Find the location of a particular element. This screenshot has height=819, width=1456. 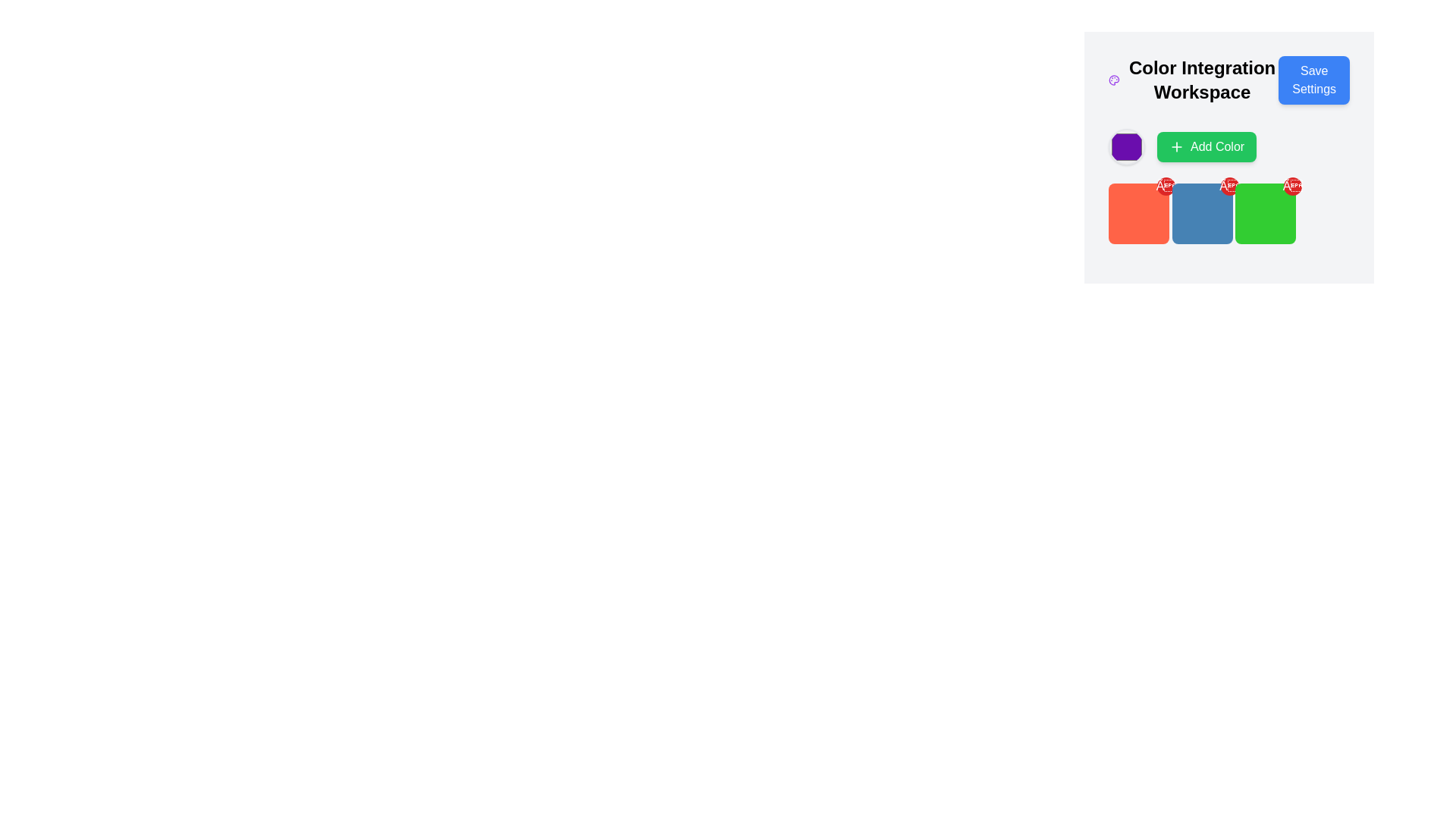

the 'Add Color' button, which is a green button with rounded corners featuring a white plus icon and centered white bold text is located at coordinates (1206, 146).